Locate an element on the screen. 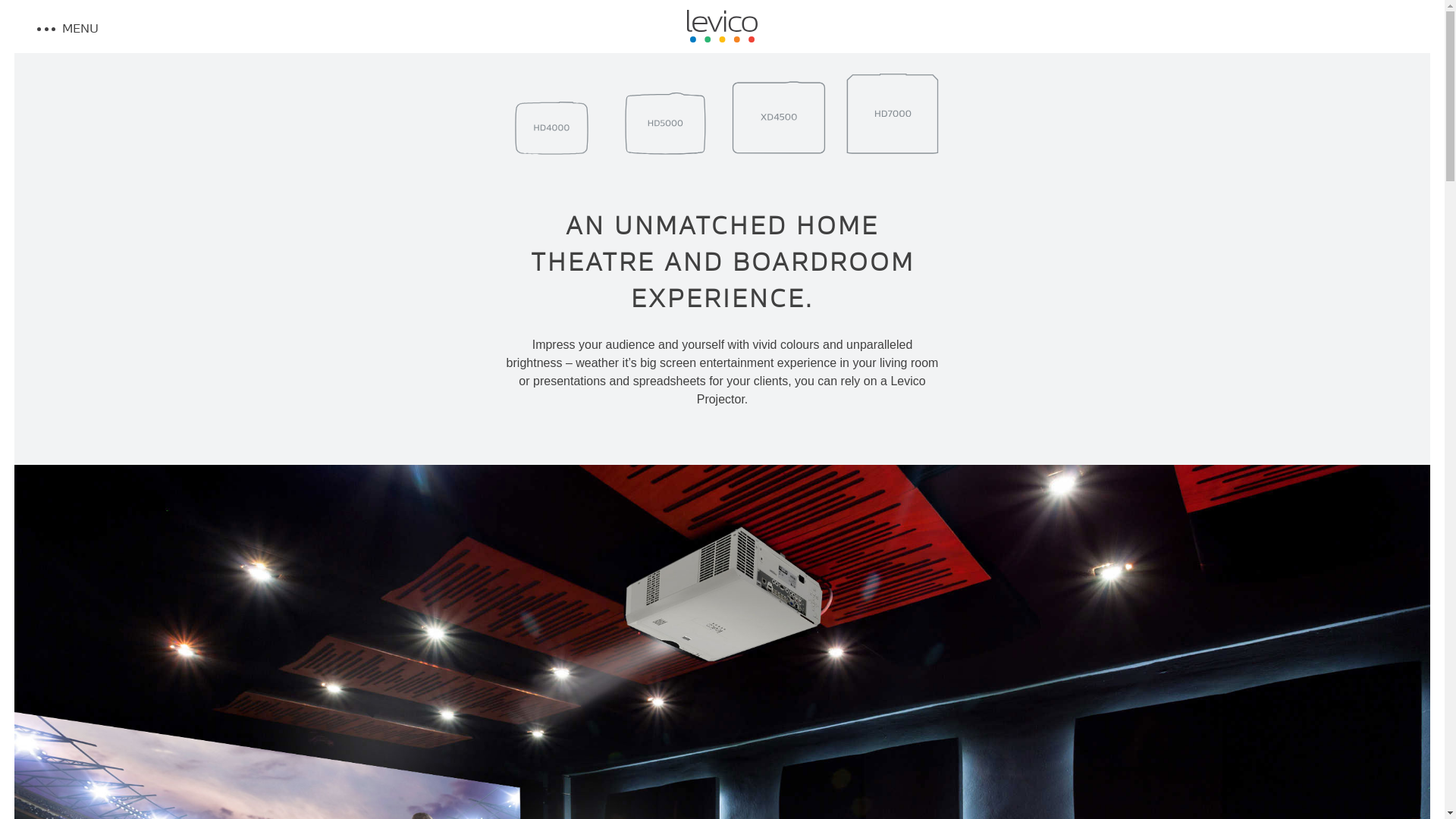  'MENU' is located at coordinates (202, 27).